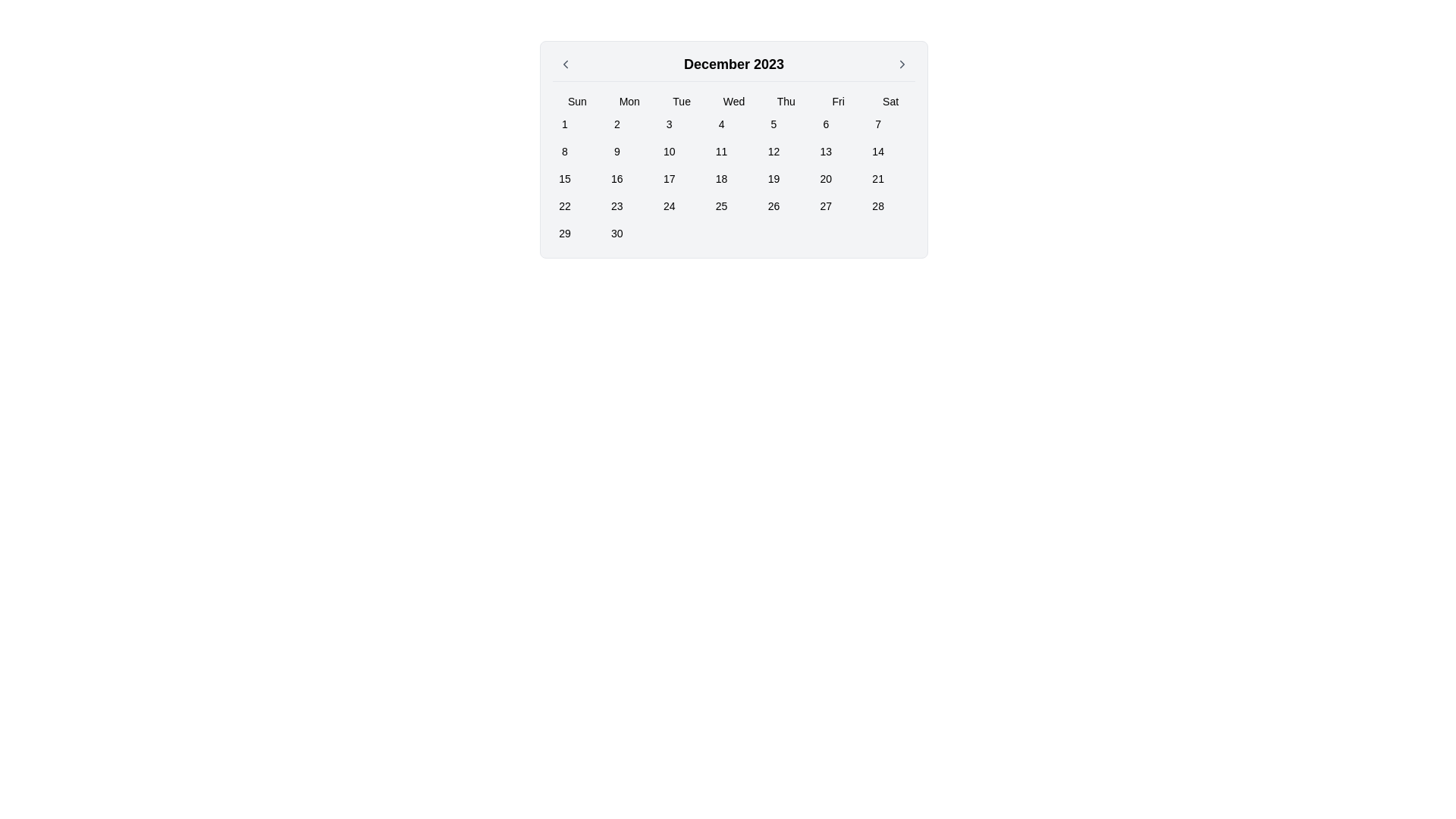 This screenshot has height=819, width=1456. What do you see at coordinates (681, 102) in the screenshot?
I see `the Text Label displaying 'Tue', which is the third header in the weekday names row of the calendar interface` at bounding box center [681, 102].